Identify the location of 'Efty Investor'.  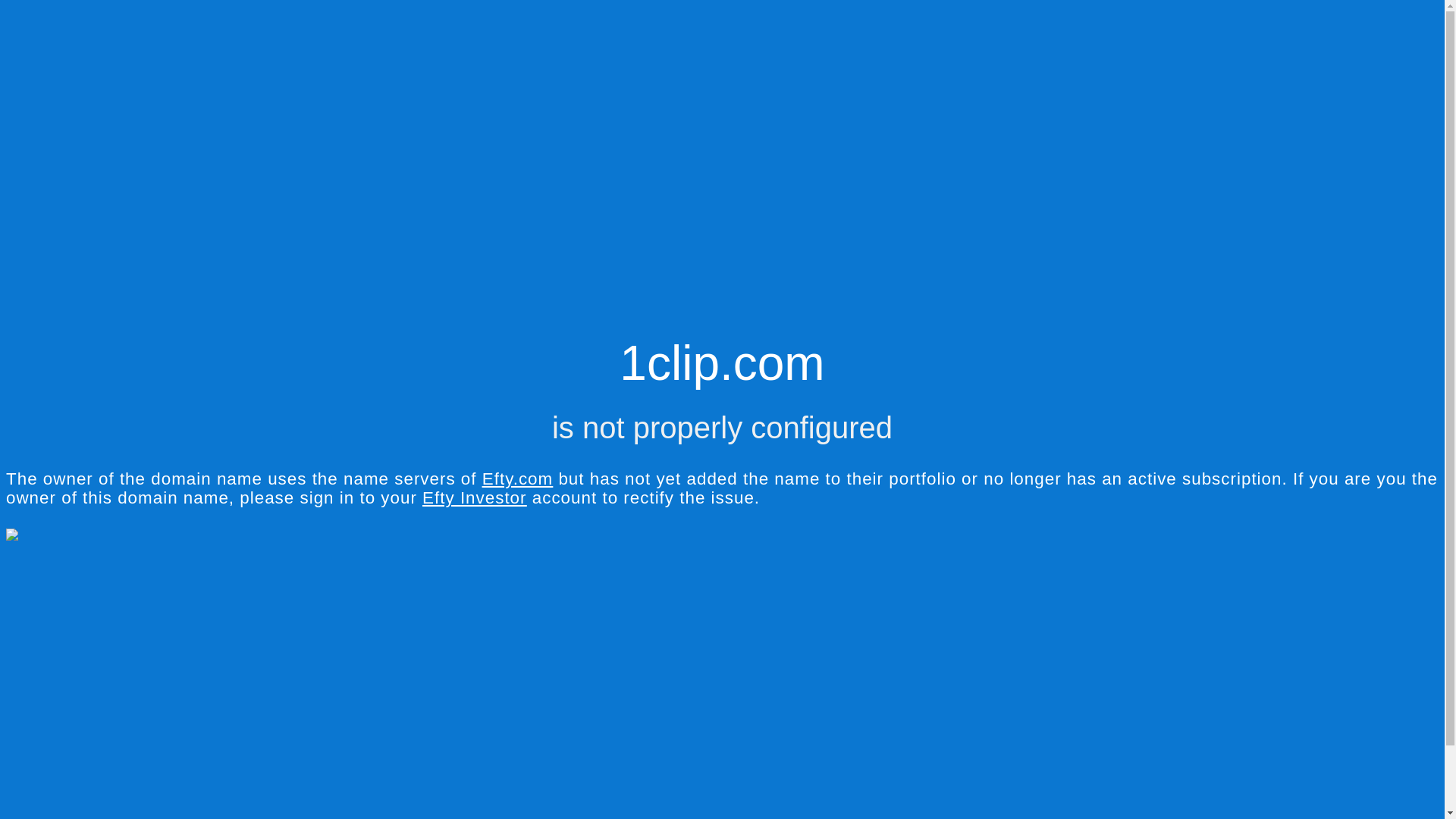
(422, 497).